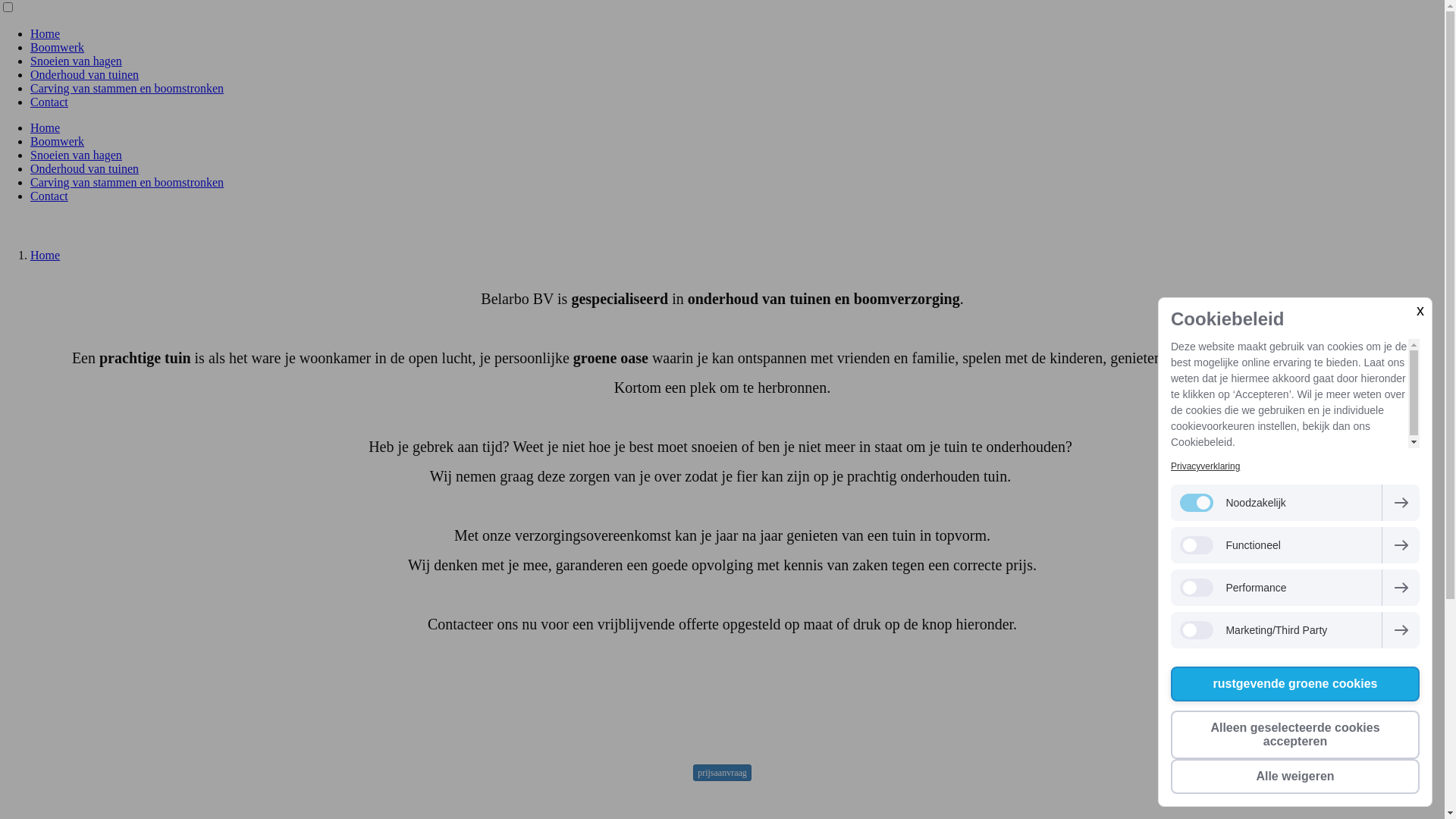 This screenshot has width=1456, height=819. Describe the element at coordinates (57, 46) in the screenshot. I see `'Boomwerk'` at that location.